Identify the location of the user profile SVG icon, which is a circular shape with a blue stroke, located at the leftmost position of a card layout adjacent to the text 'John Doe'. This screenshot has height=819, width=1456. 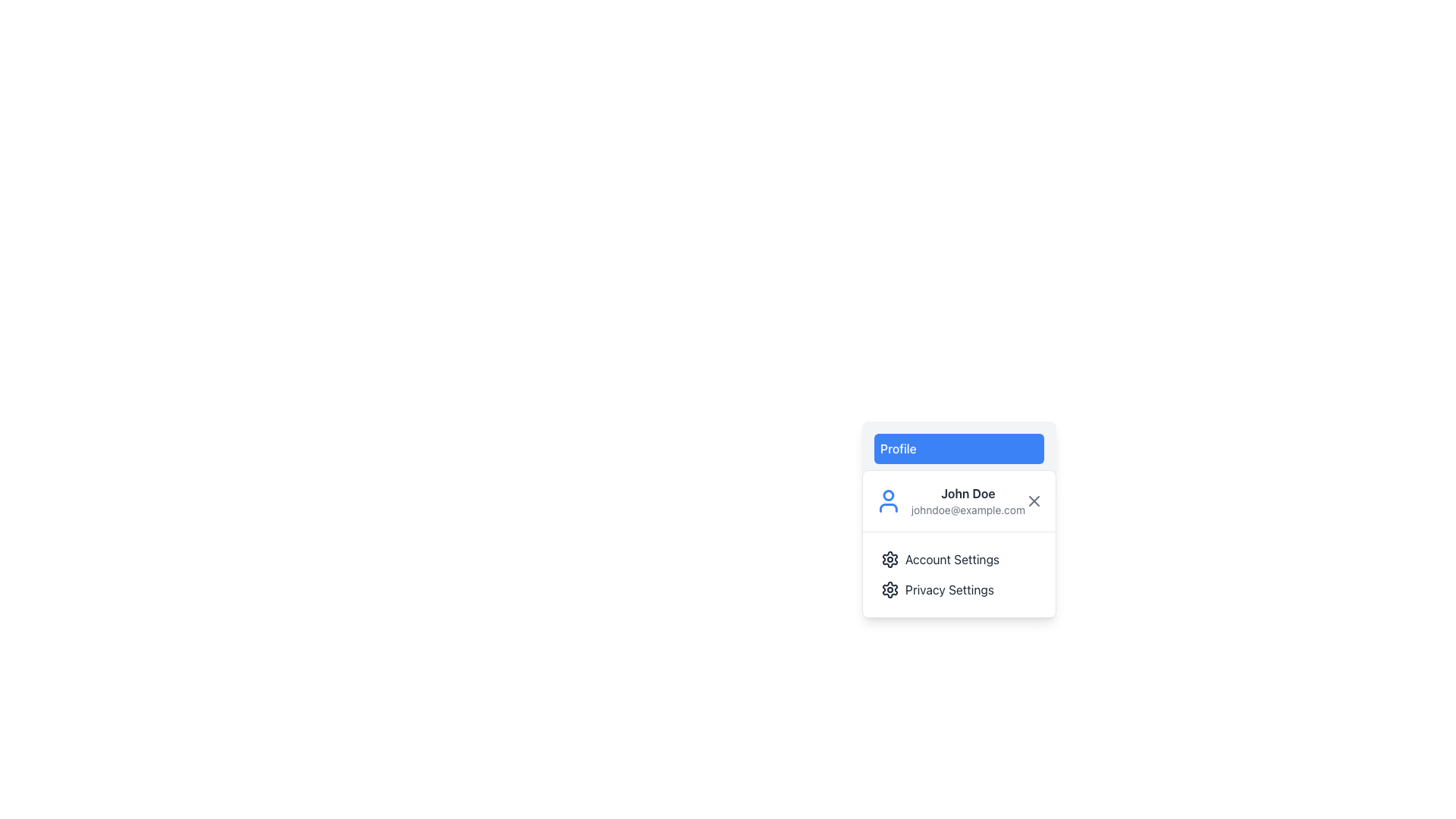
(888, 500).